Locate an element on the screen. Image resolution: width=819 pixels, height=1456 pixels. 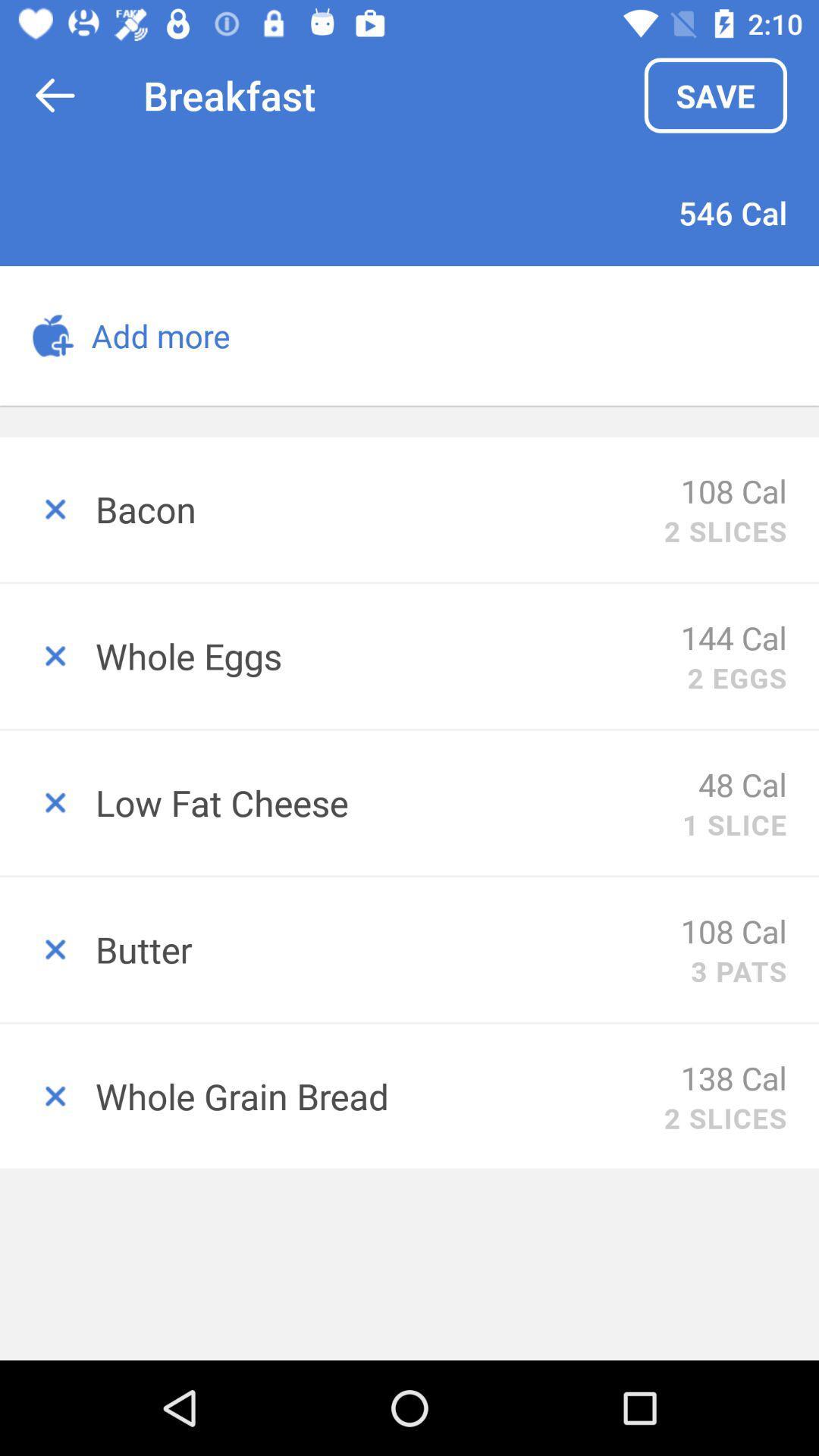
remove item is located at coordinates (46, 949).